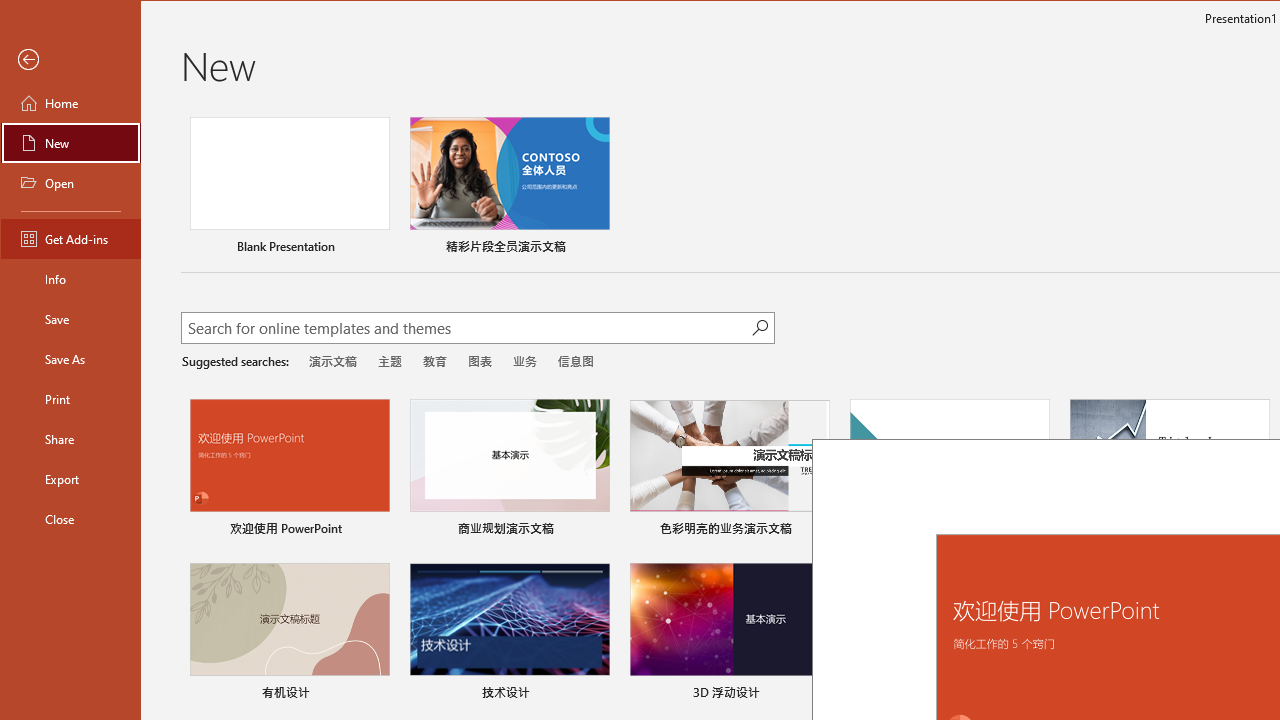 This screenshot has height=720, width=1280. Describe the element at coordinates (71, 182) in the screenshot. I see `'Open'` at that location.